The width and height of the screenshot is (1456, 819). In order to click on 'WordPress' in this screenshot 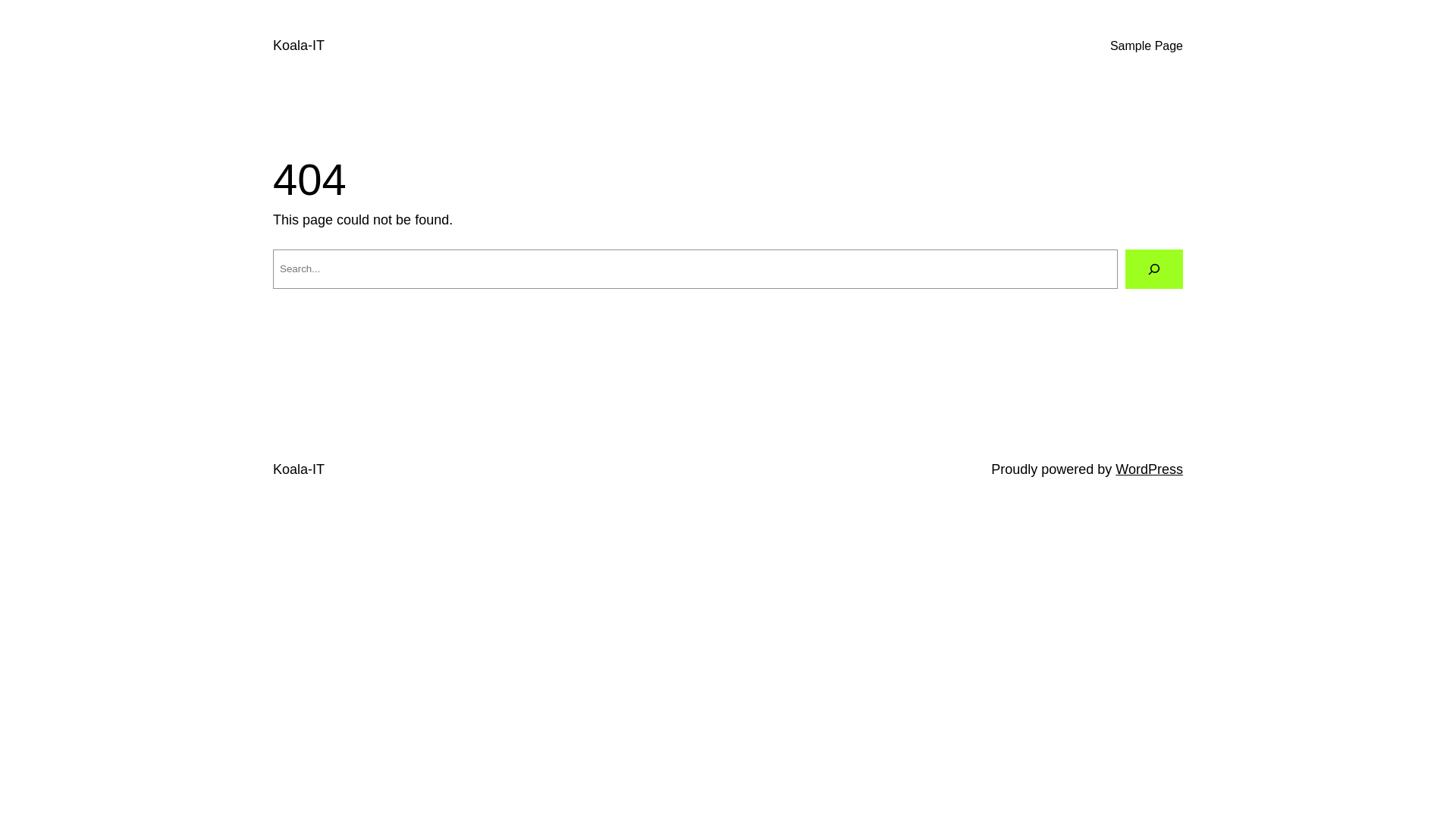, I will do `click(1149, 468)`.